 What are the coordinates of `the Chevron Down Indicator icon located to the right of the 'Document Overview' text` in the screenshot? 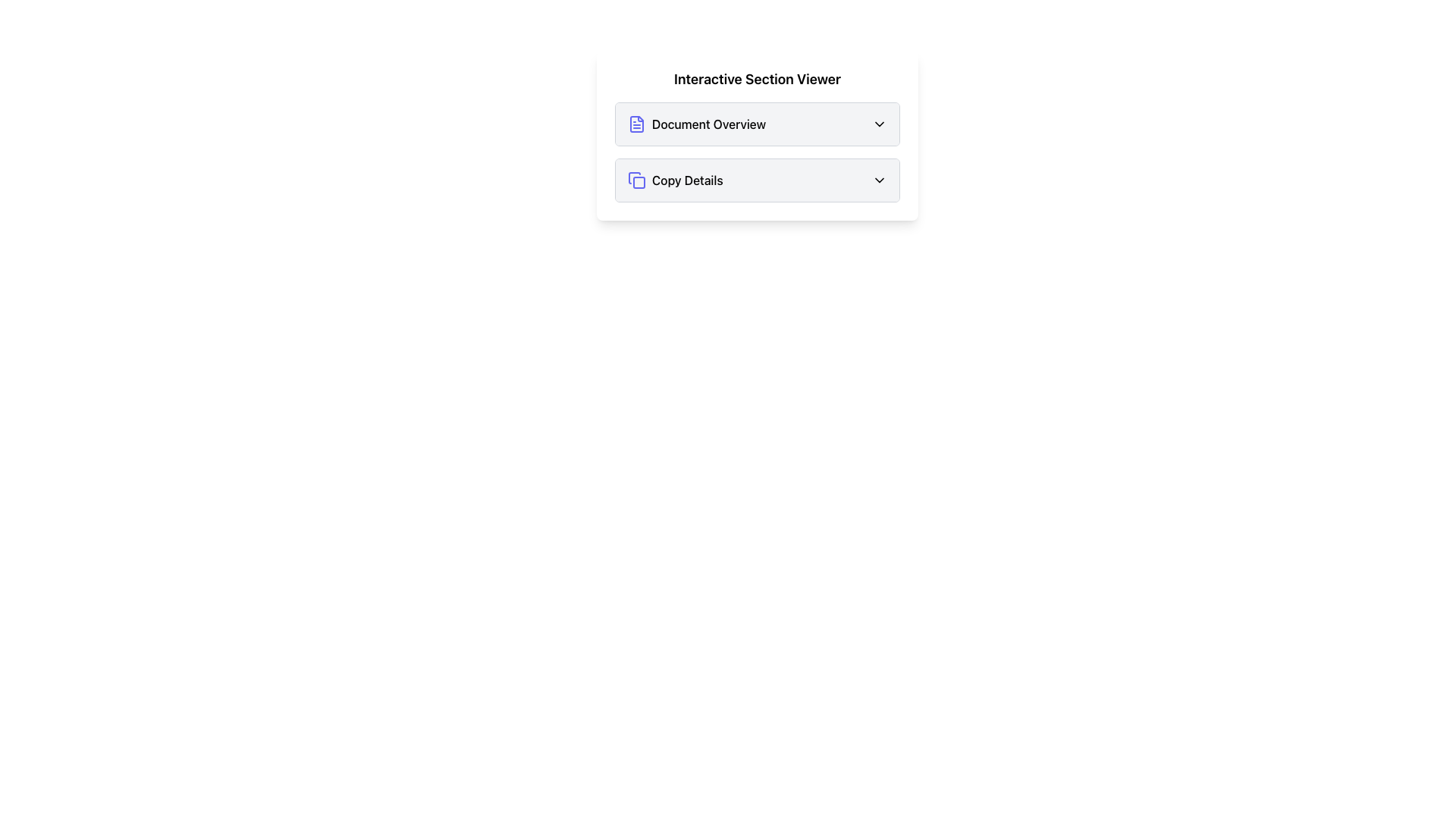 It's located at (880, 124).